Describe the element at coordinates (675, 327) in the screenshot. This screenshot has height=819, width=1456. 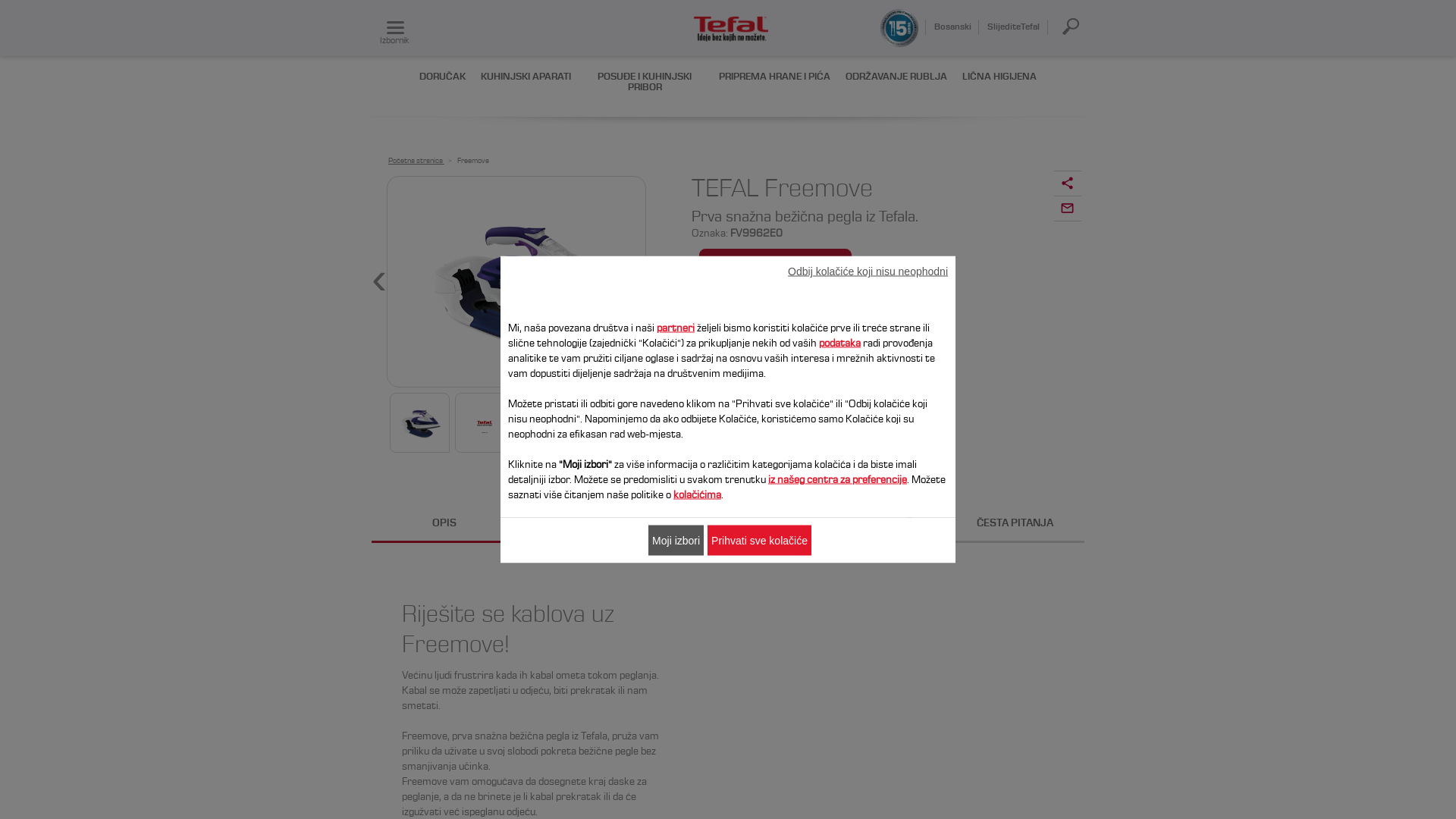
I see `'partneri'` at that location.